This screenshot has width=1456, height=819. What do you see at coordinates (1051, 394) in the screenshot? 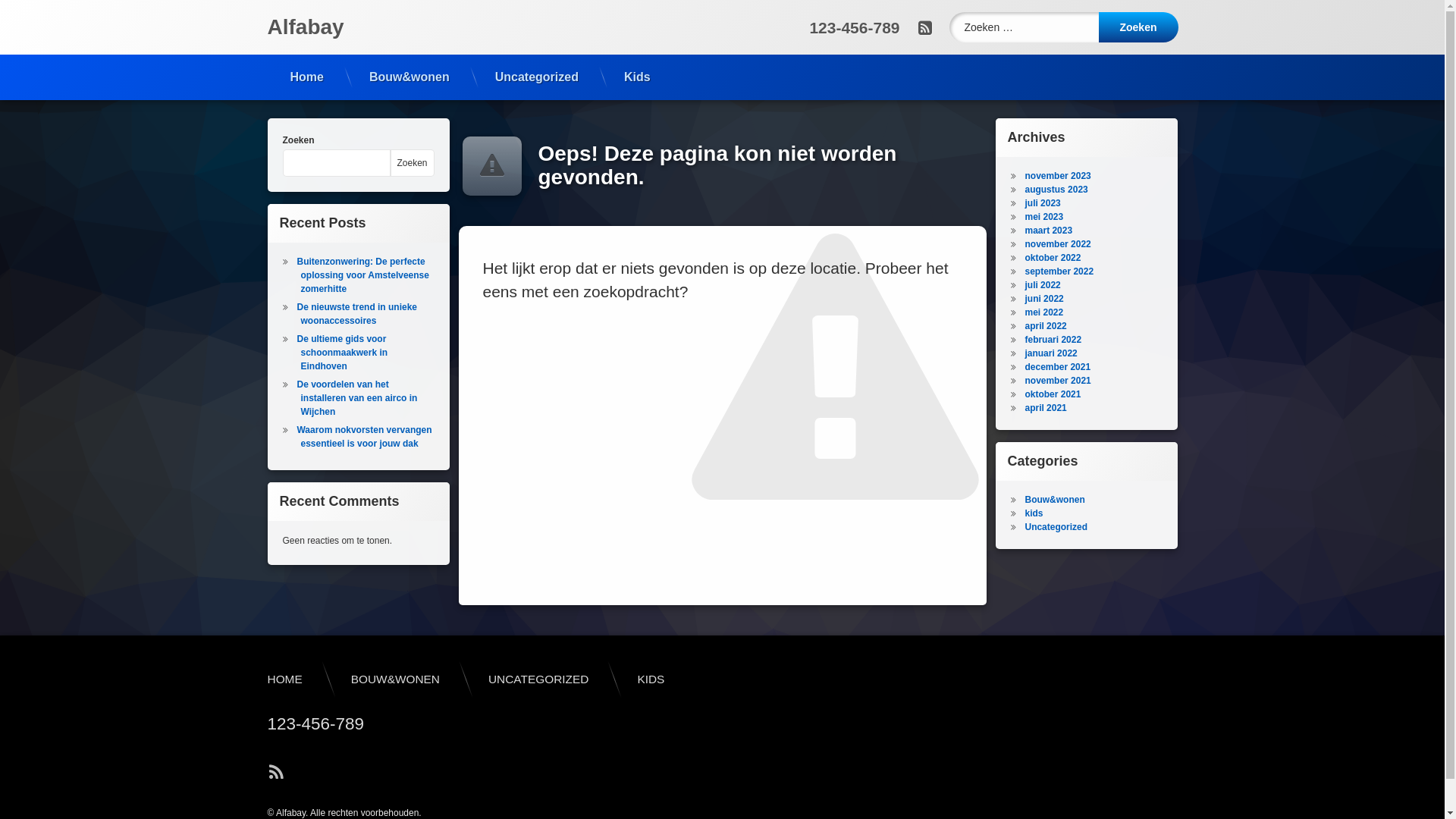
I see `'oktober 2021'` at bounding box center [1051, 394].